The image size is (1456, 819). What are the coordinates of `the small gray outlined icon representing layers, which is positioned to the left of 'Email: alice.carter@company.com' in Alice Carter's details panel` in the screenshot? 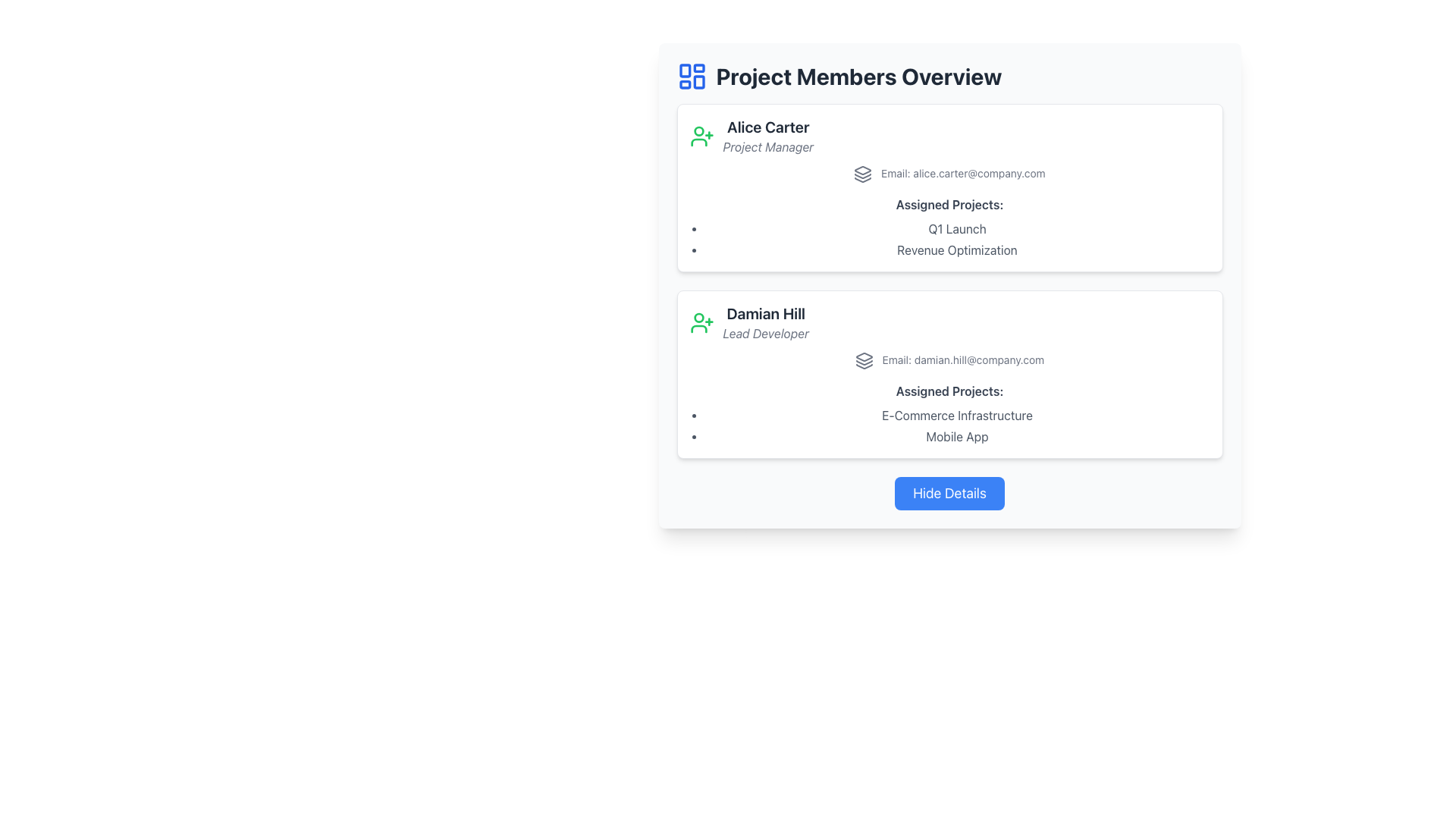 It's located at (863, 174).